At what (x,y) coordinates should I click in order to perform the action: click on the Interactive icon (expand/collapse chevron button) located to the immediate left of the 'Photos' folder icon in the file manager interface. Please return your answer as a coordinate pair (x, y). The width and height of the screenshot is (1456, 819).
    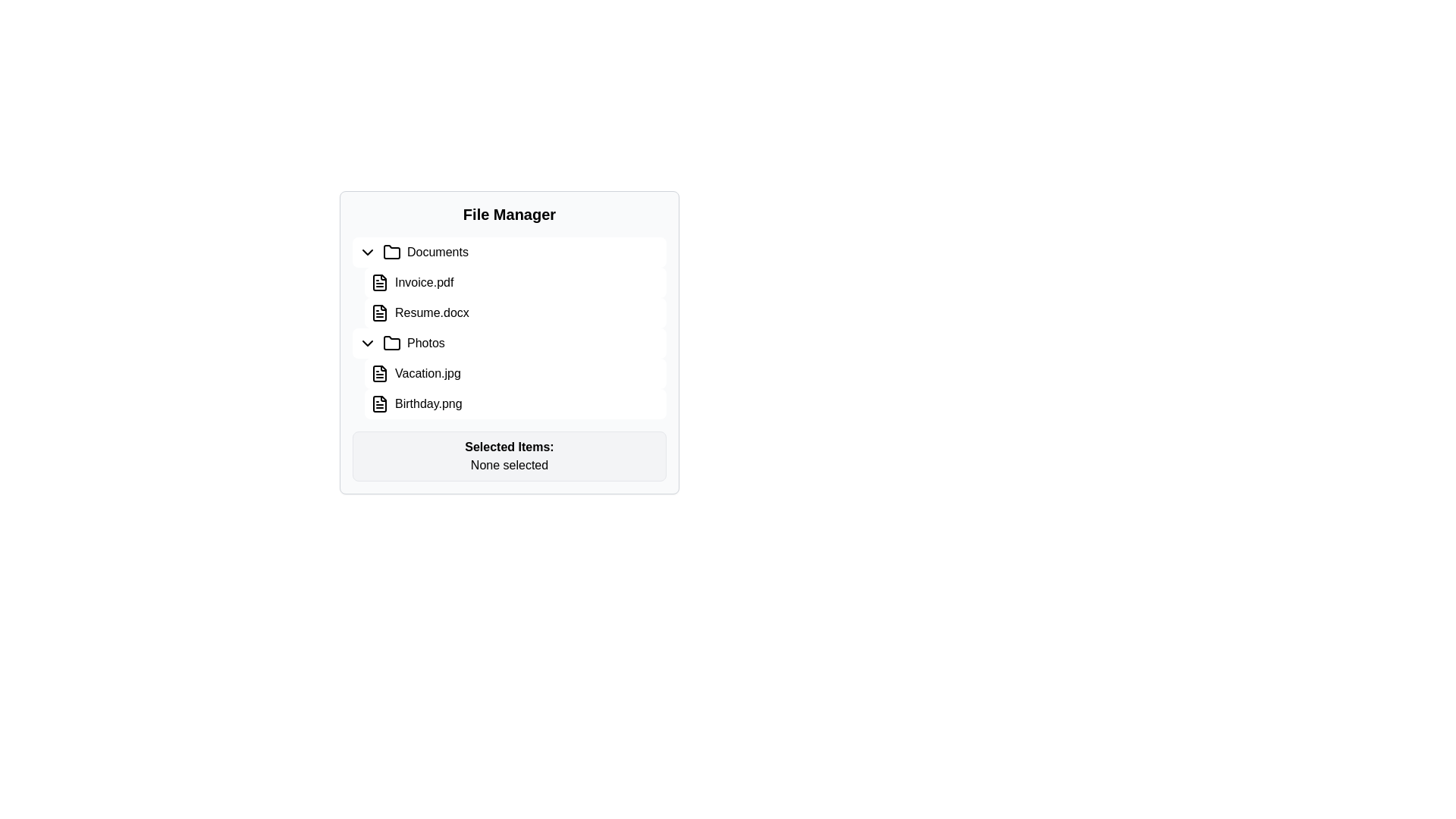
    Looking at the image, I should click on (367, 343).